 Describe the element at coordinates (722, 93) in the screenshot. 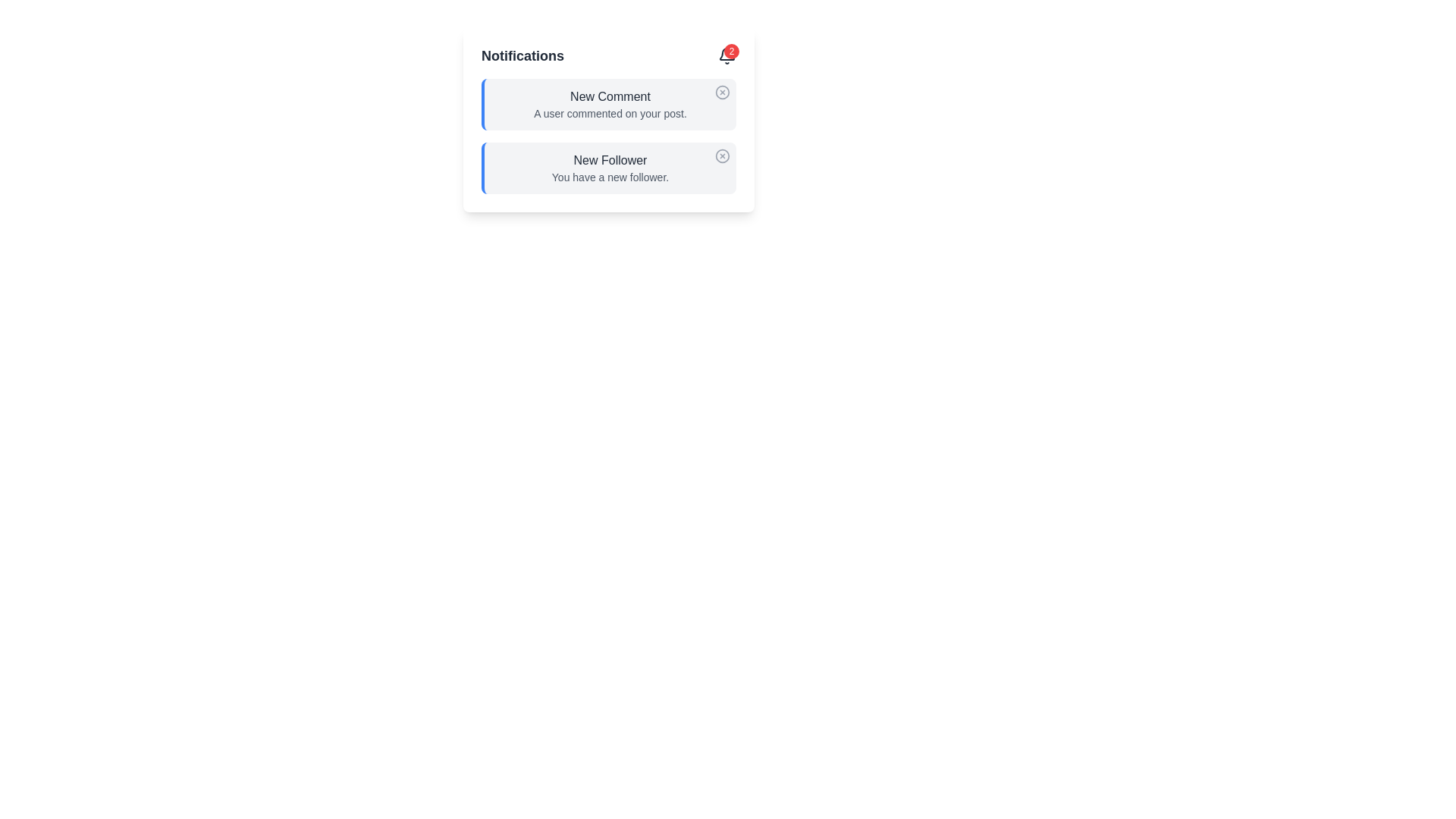

I see `the circular 'X' button with a gray outline located at the top-right corner of the notification box to change its appearance` at that location.